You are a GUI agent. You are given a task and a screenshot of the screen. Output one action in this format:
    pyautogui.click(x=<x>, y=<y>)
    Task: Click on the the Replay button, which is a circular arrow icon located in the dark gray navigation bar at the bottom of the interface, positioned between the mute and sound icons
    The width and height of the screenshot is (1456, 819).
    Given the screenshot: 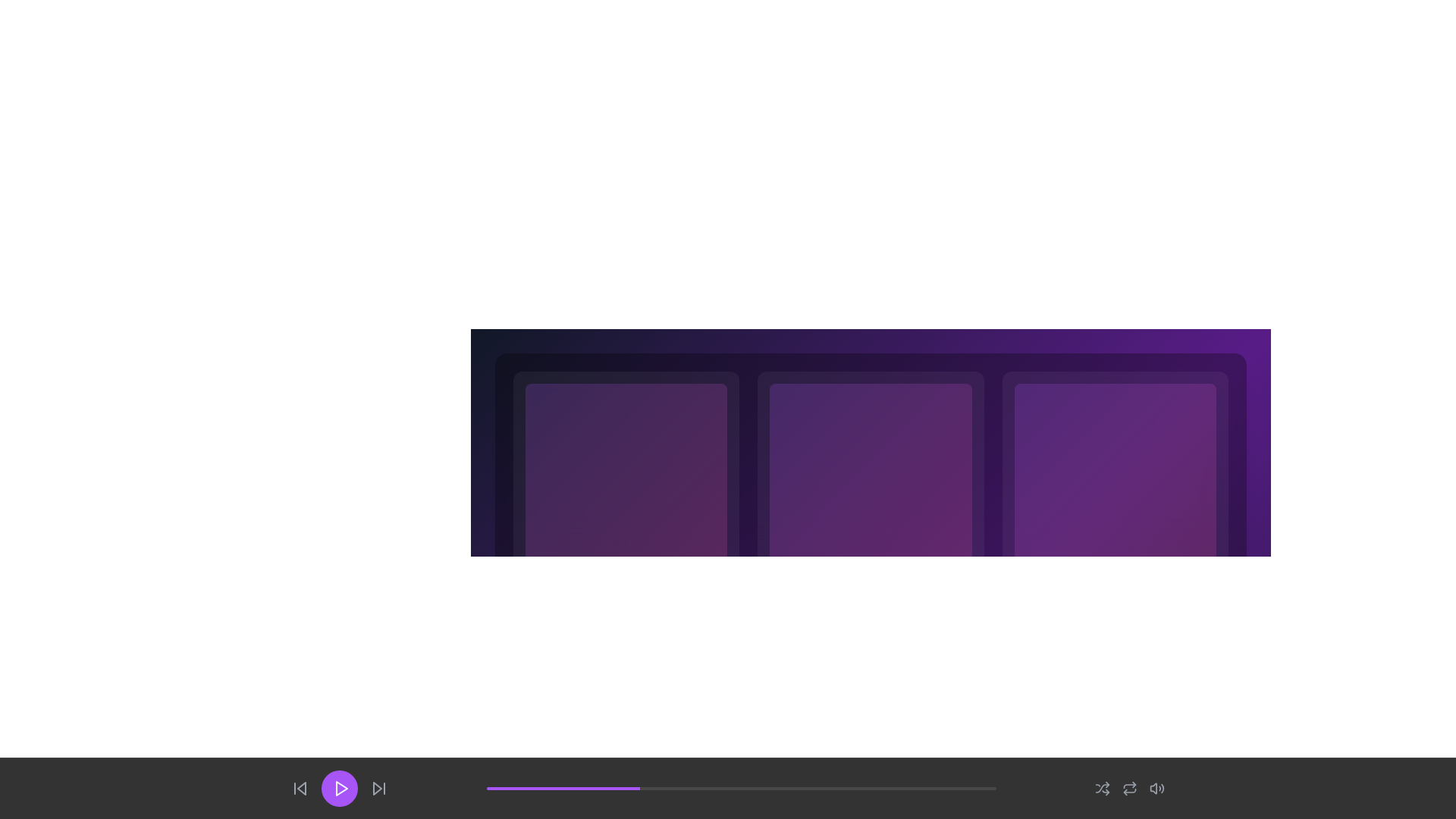 What is the action you would take?
    pyautogui.click(x=1129, y=788)
    